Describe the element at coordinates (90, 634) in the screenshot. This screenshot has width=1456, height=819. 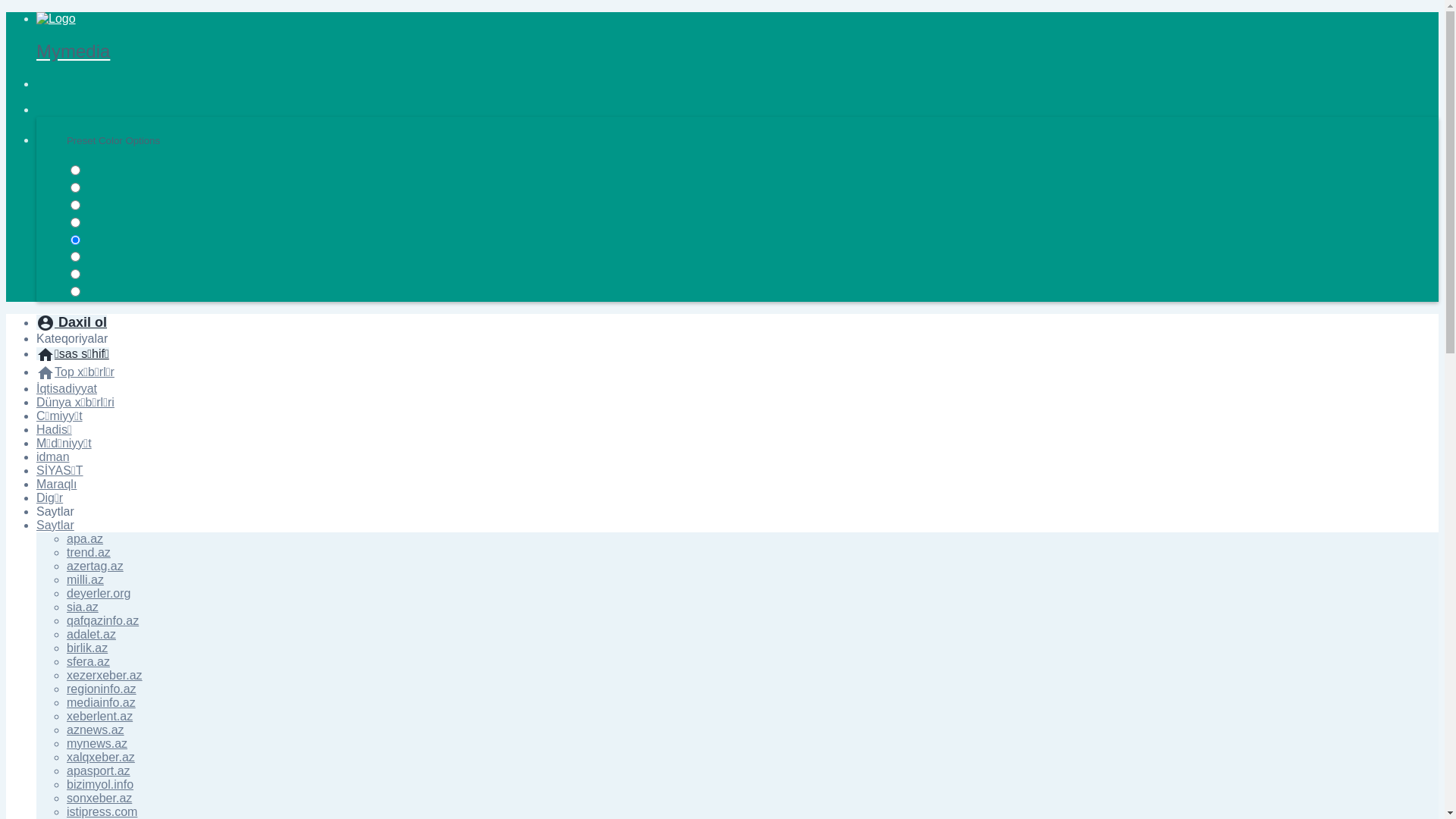
I see `'adalet.az'` at that location.